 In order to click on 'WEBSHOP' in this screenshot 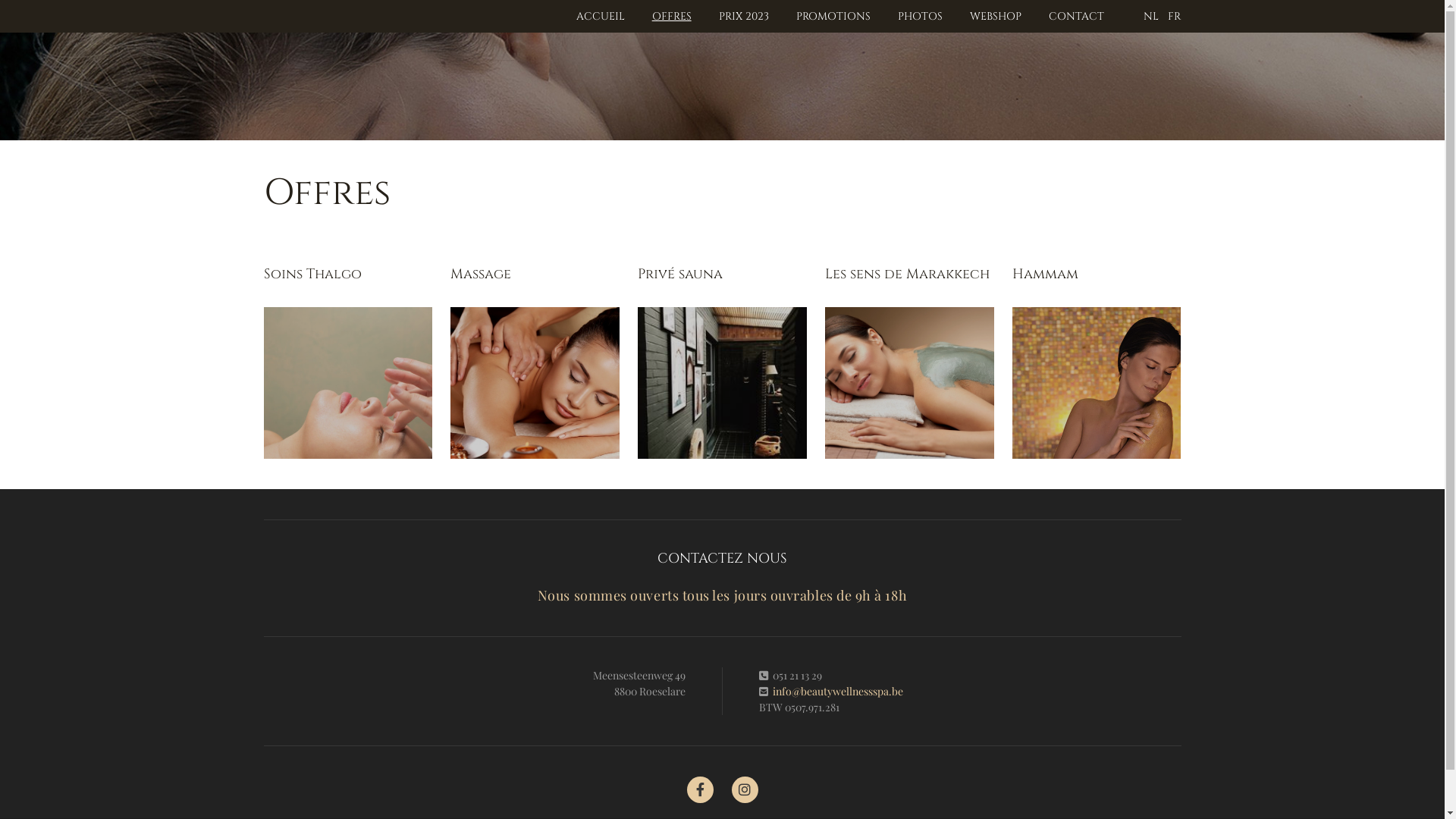, I will do `click(968, 16)`.